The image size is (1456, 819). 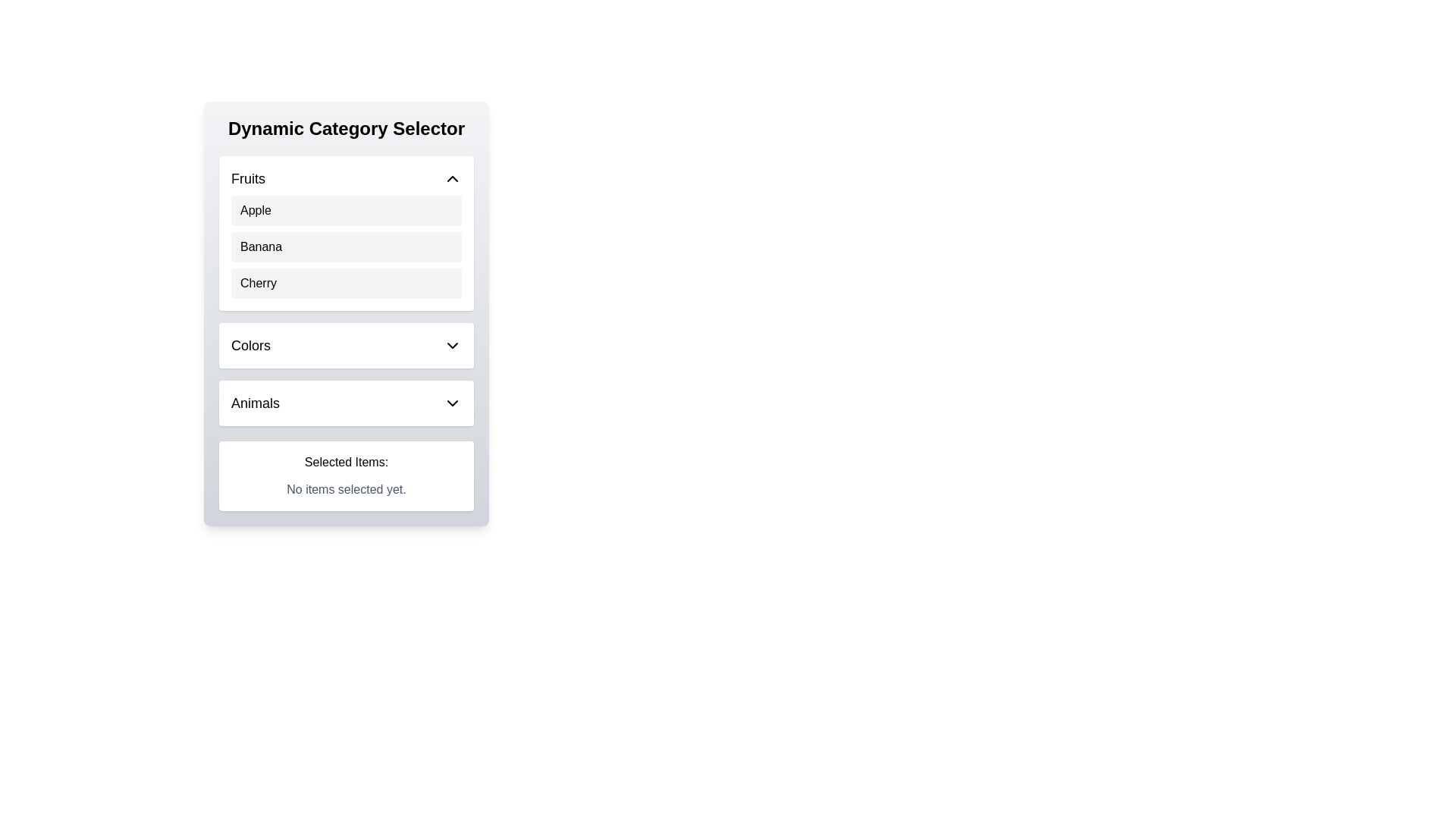 What do you see at coordinates (255, 403) in the screenshot?
I see `the 'Animals' text label within the 'Dynamic Category Selector' component, which is styled in bold font and positioned horizontally in a dropdown menu` at bounding box center [255, 403].